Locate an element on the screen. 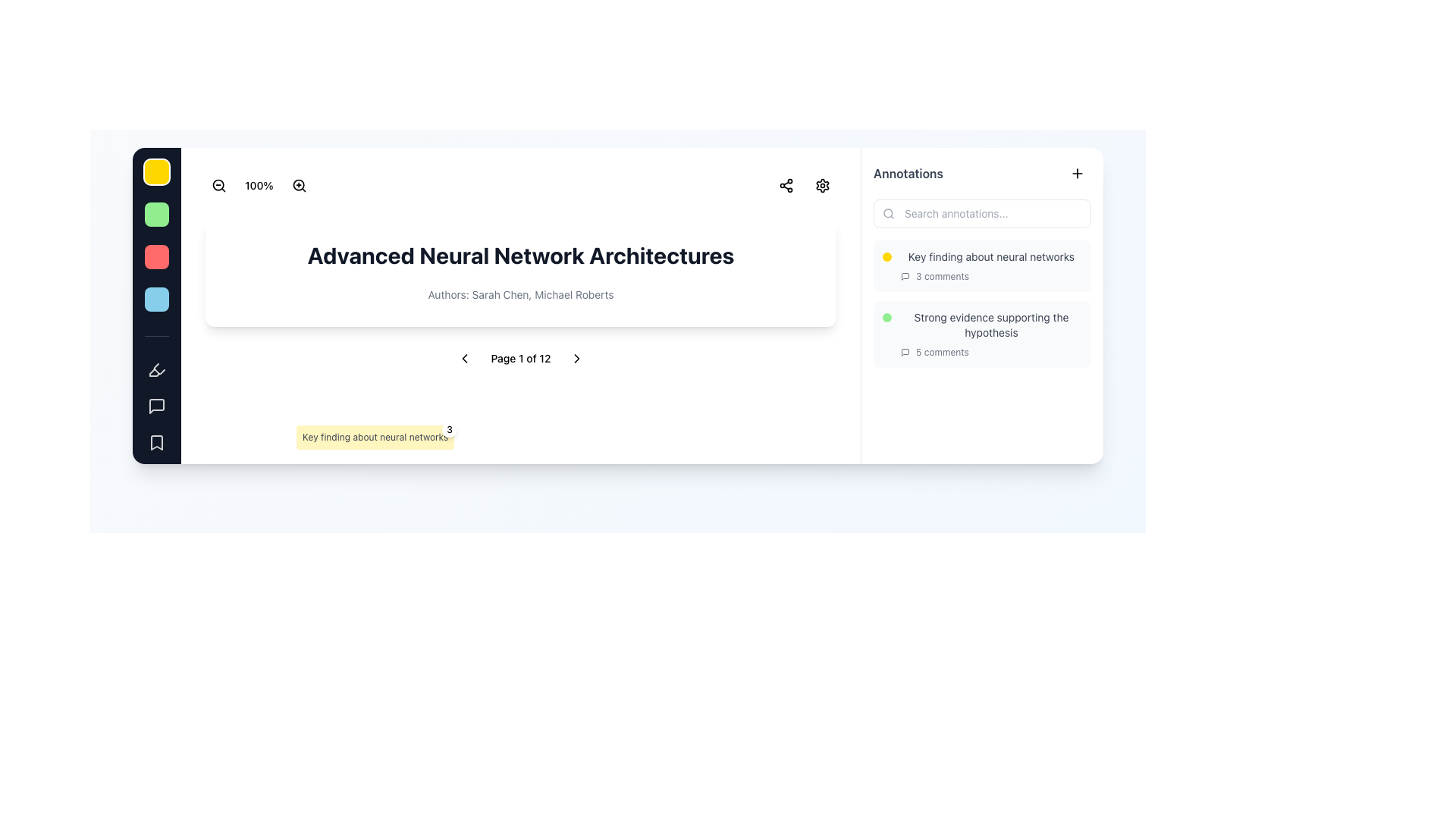 The width and height of the screenshot is (1456, 819). the comment icon located to the left of the text '3 comments' under the 'Annotations' section on the right-hand panel is located at coordinates (905, 277).